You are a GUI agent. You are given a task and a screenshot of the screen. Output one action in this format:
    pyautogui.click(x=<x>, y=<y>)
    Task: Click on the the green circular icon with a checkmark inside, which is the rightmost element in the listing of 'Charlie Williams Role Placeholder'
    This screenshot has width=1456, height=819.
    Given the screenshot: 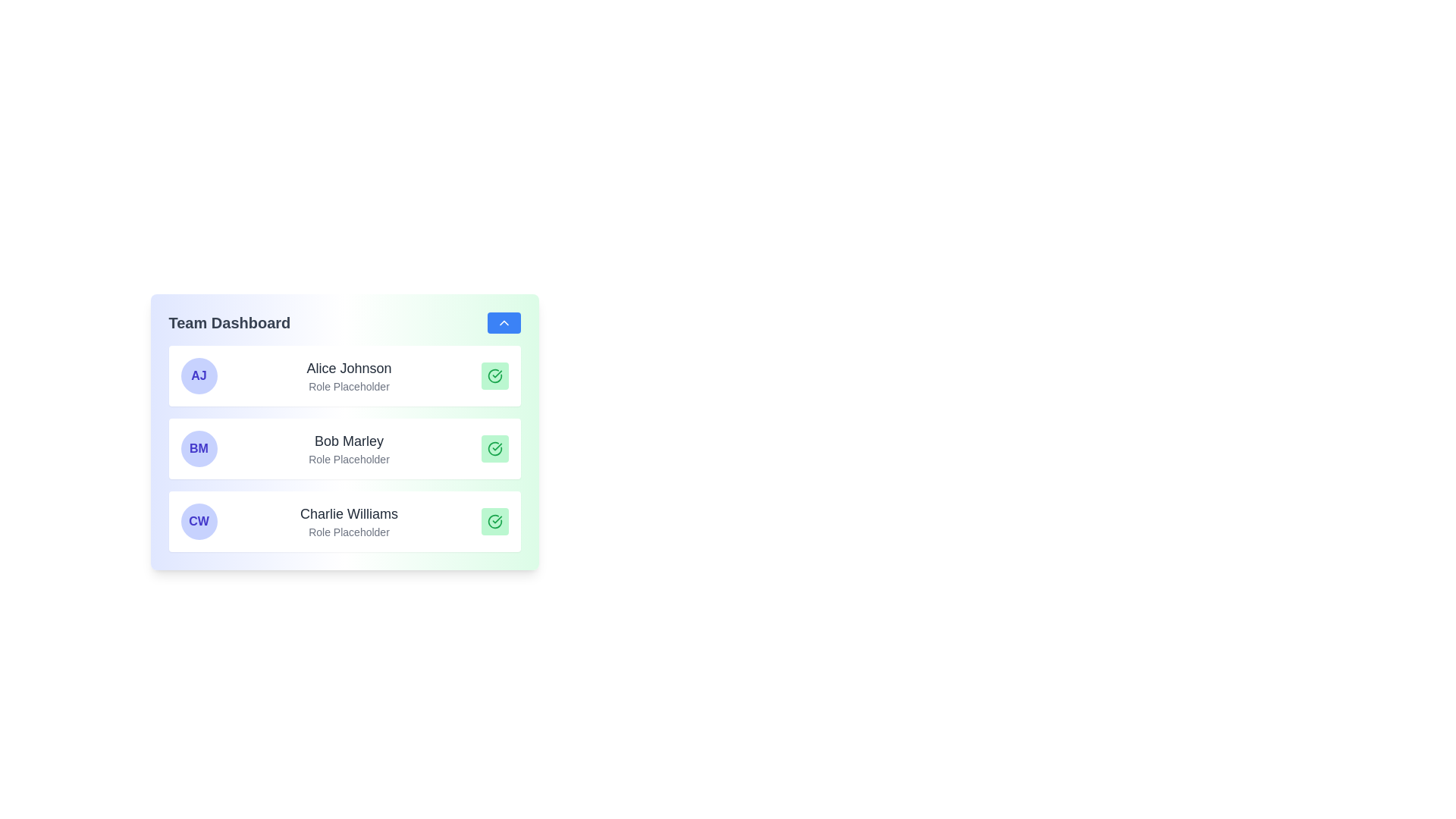 What is the action you would take?
    pyautogui.click(x=494, y=520)
    